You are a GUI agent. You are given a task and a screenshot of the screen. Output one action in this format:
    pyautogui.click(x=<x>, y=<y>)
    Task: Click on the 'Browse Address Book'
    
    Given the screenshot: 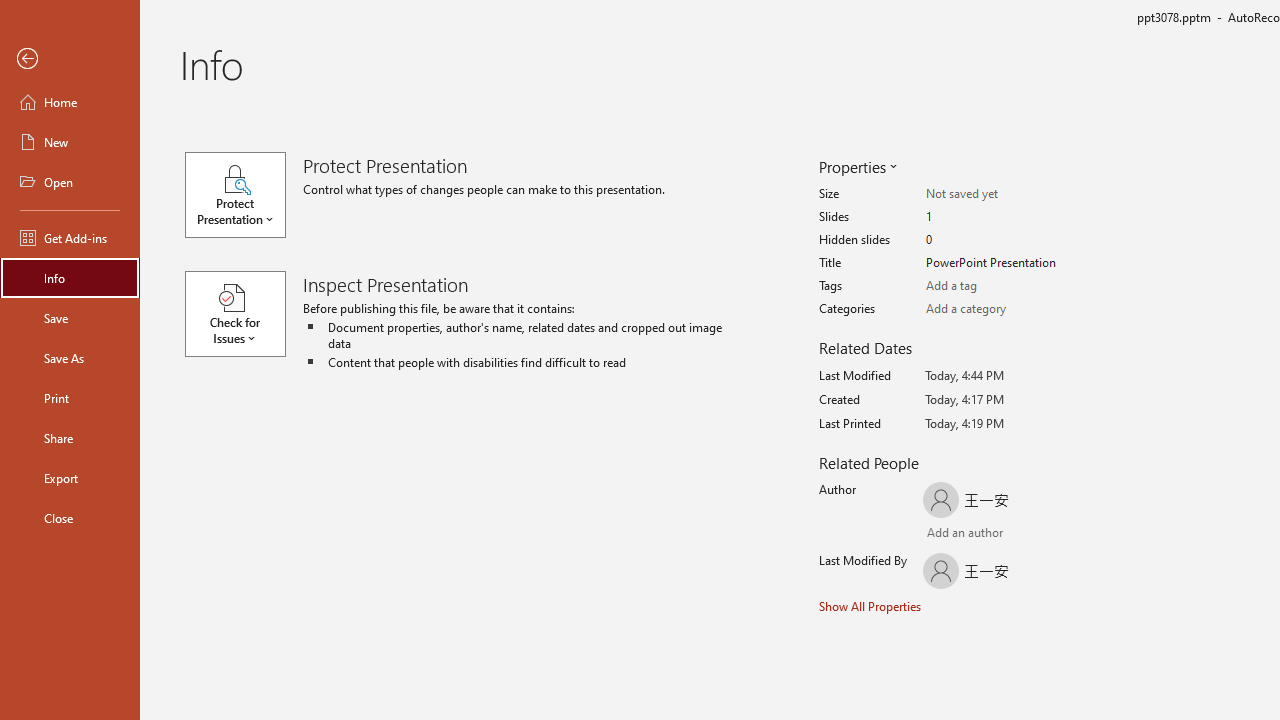 What is the action you would take?
    pyautogui.click(x=1046, y=533)
    